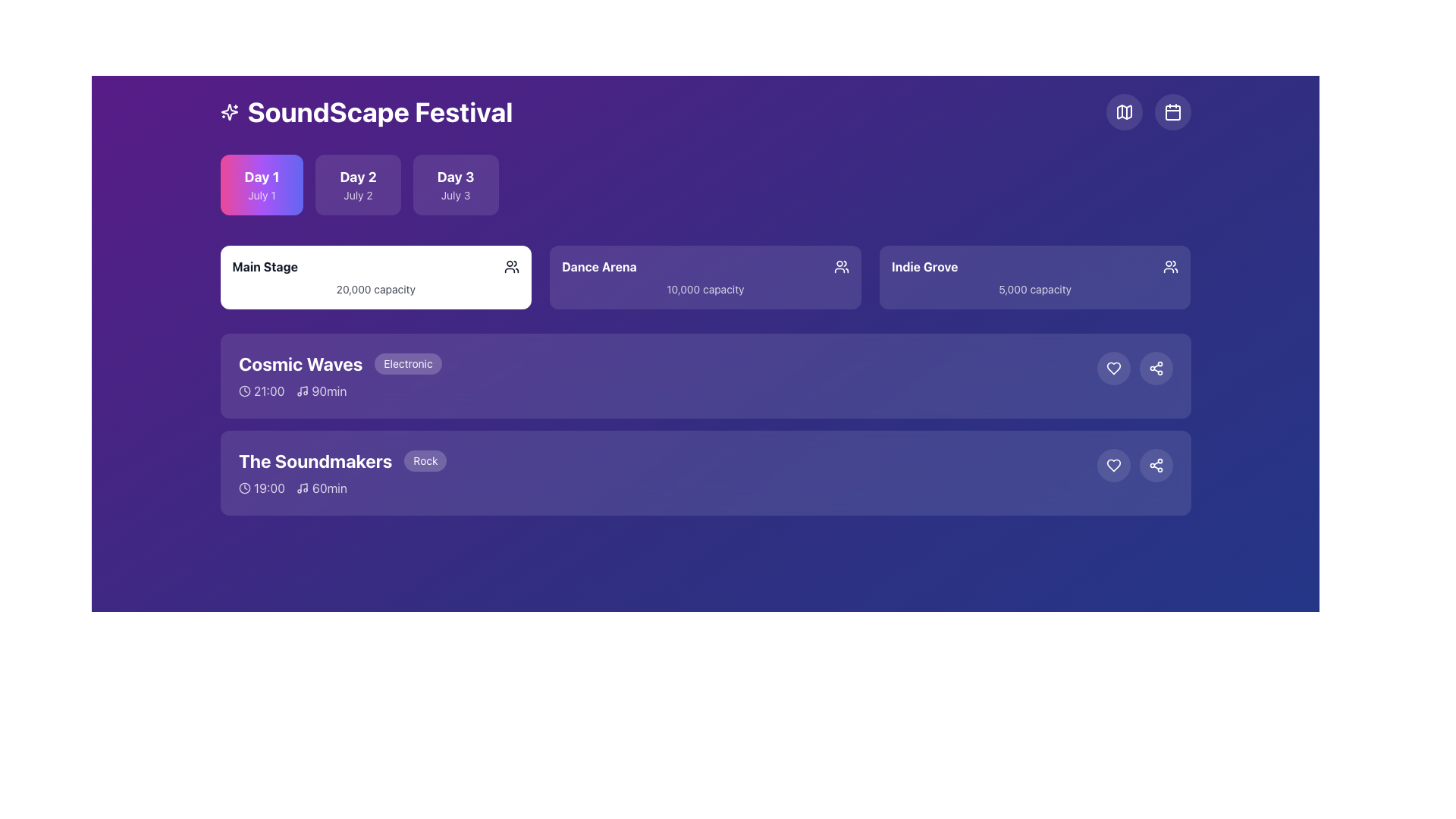 The width and height of the screenshot is (1456, 819). What do you see at coordinates (1113, 369) in the screenshot?
I see `the heart icon located on the right side of the second row of the list, which is contained within a circular button with a semi-transparent white background, to favorite the content` at bounding box center [1113, 369].